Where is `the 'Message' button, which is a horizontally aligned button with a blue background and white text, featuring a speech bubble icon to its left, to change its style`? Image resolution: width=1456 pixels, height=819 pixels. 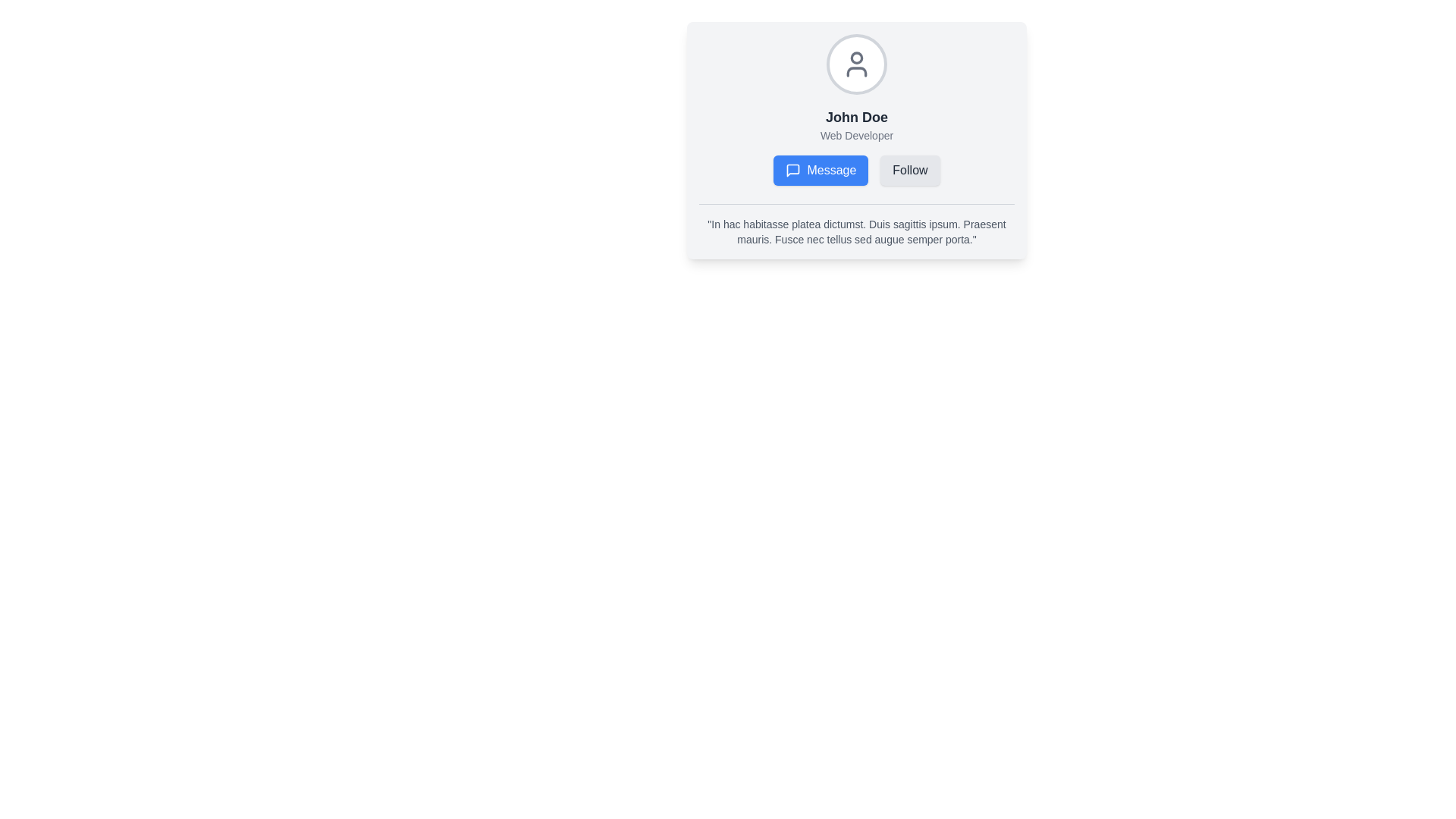 the 'Message' button, which is a horizontally aligned button with a blue background and white text, featuring a speech bubble icon to its left, to change its style is located at coordinates (856, 170).